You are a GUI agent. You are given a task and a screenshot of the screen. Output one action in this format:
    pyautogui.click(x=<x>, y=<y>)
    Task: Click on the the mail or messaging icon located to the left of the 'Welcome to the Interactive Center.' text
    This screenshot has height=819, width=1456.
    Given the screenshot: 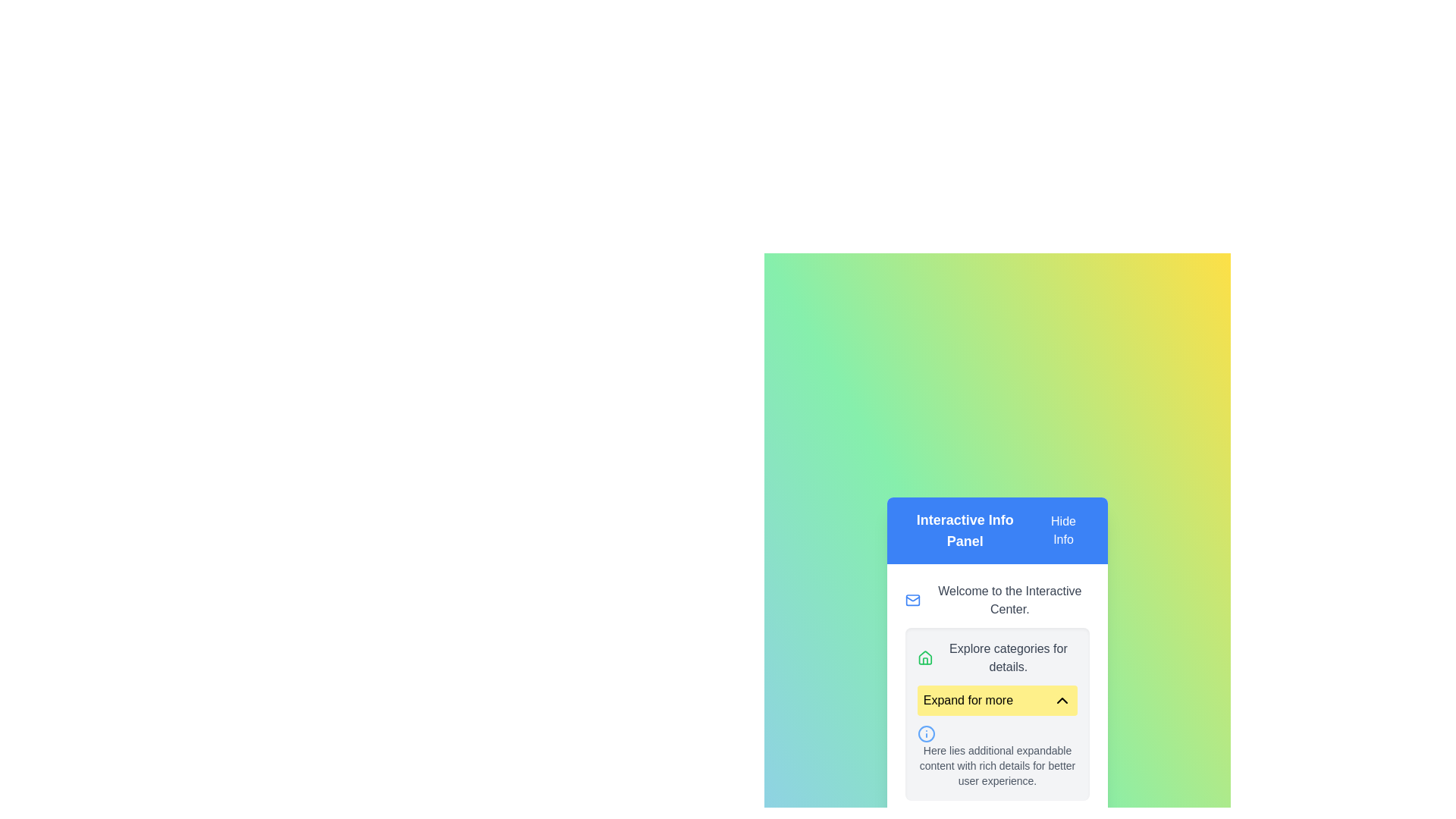 What is the action you would take?
    pyautogui.click(x=912, y=599)
    